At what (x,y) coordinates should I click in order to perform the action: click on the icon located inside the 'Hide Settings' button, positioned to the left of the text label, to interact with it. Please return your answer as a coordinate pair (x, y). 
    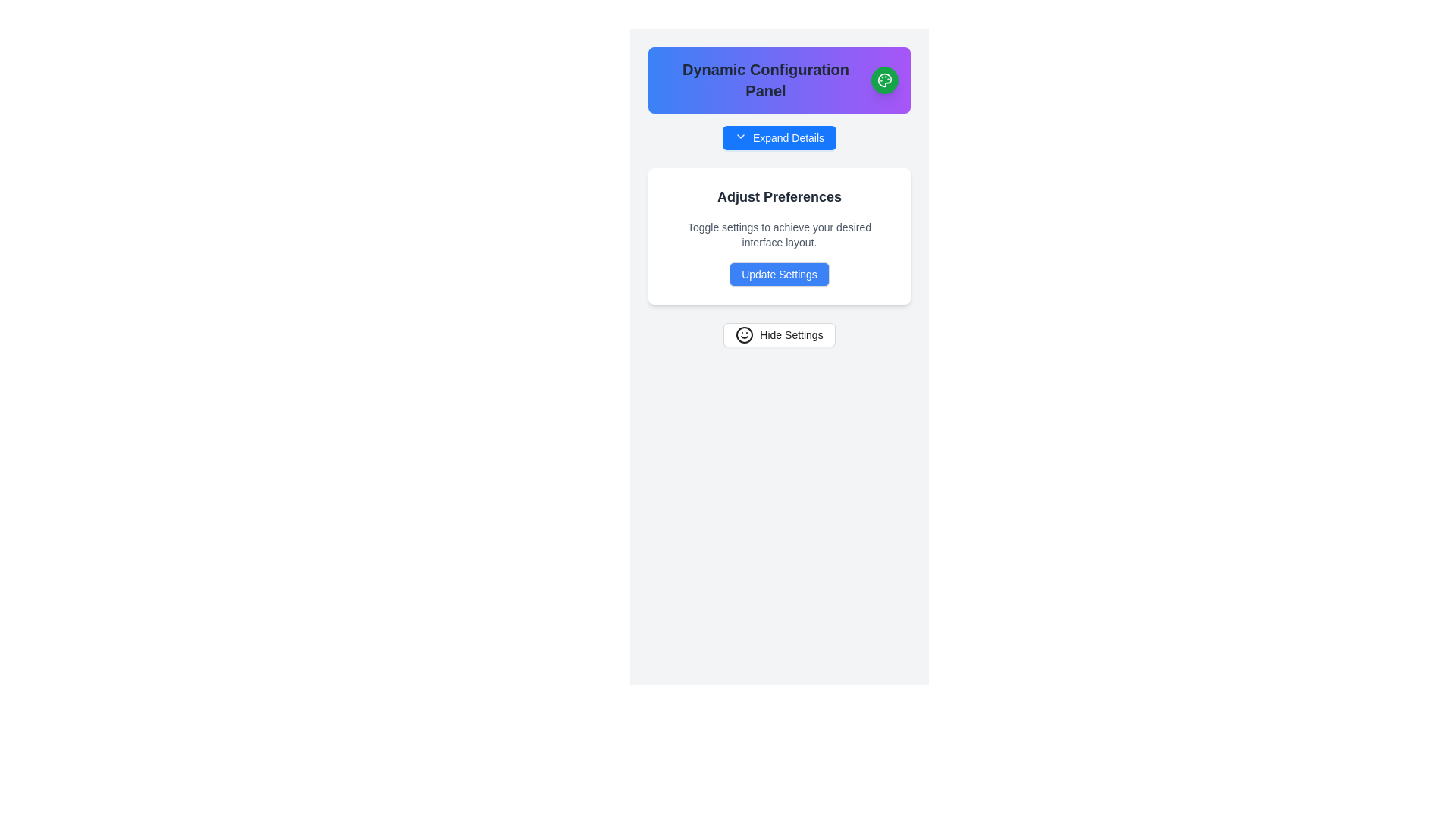
    Looking at the image, I should click on (745, 334).